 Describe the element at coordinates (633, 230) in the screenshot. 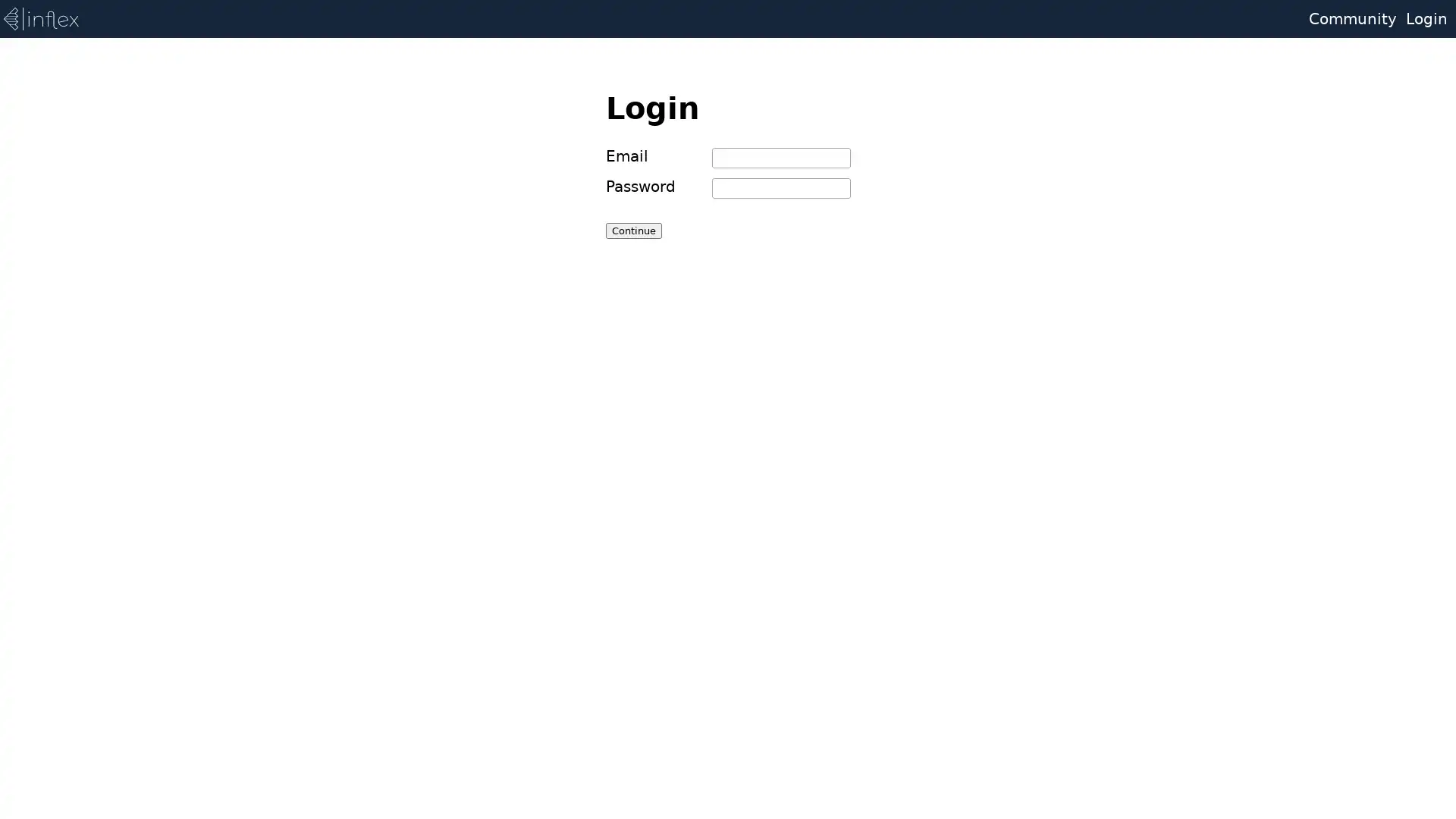

I see `Continue` at that location.